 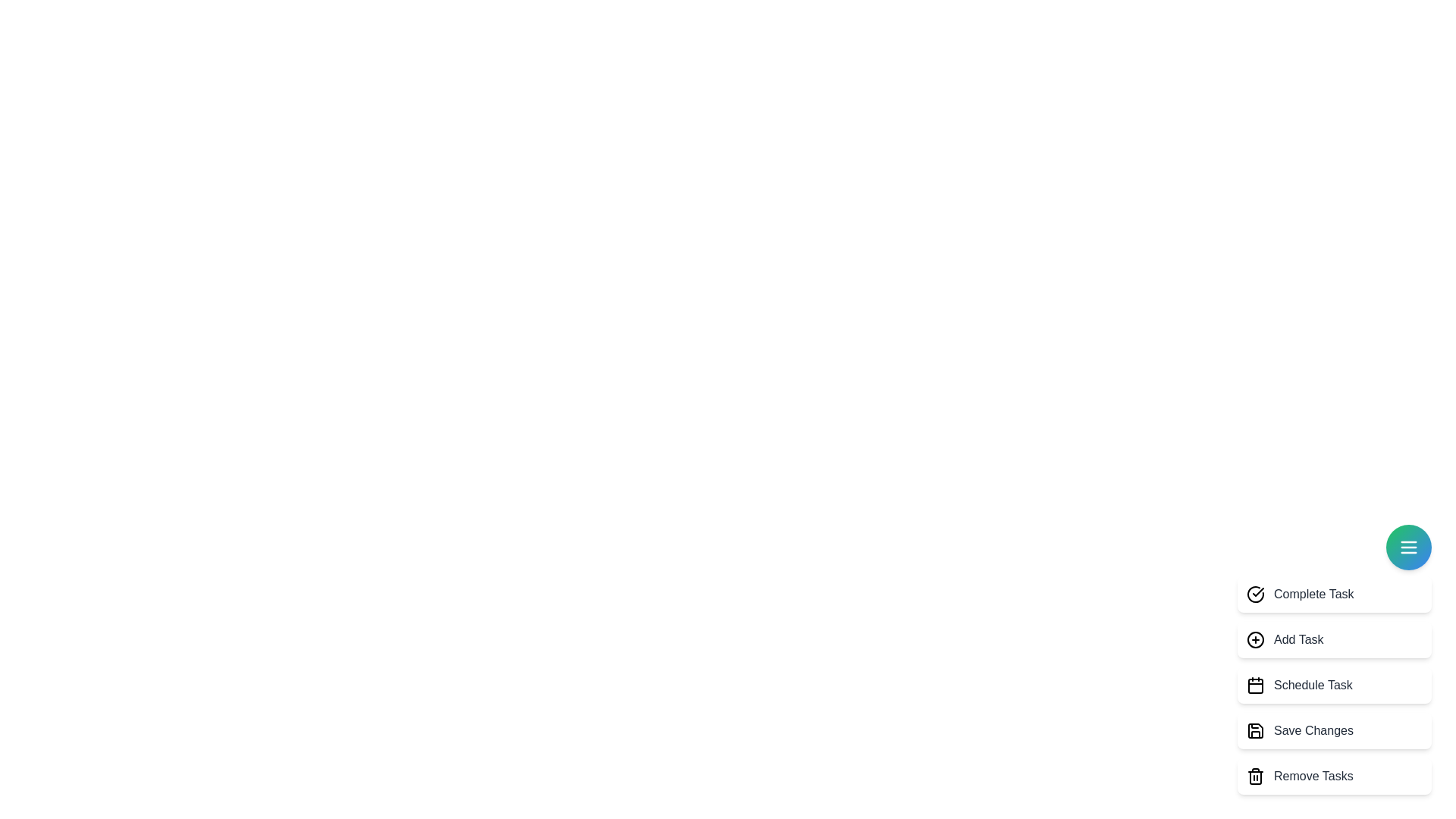 I want to click on the task option labeled 'Complete Task' to select it, so click(x=1335, y=593).